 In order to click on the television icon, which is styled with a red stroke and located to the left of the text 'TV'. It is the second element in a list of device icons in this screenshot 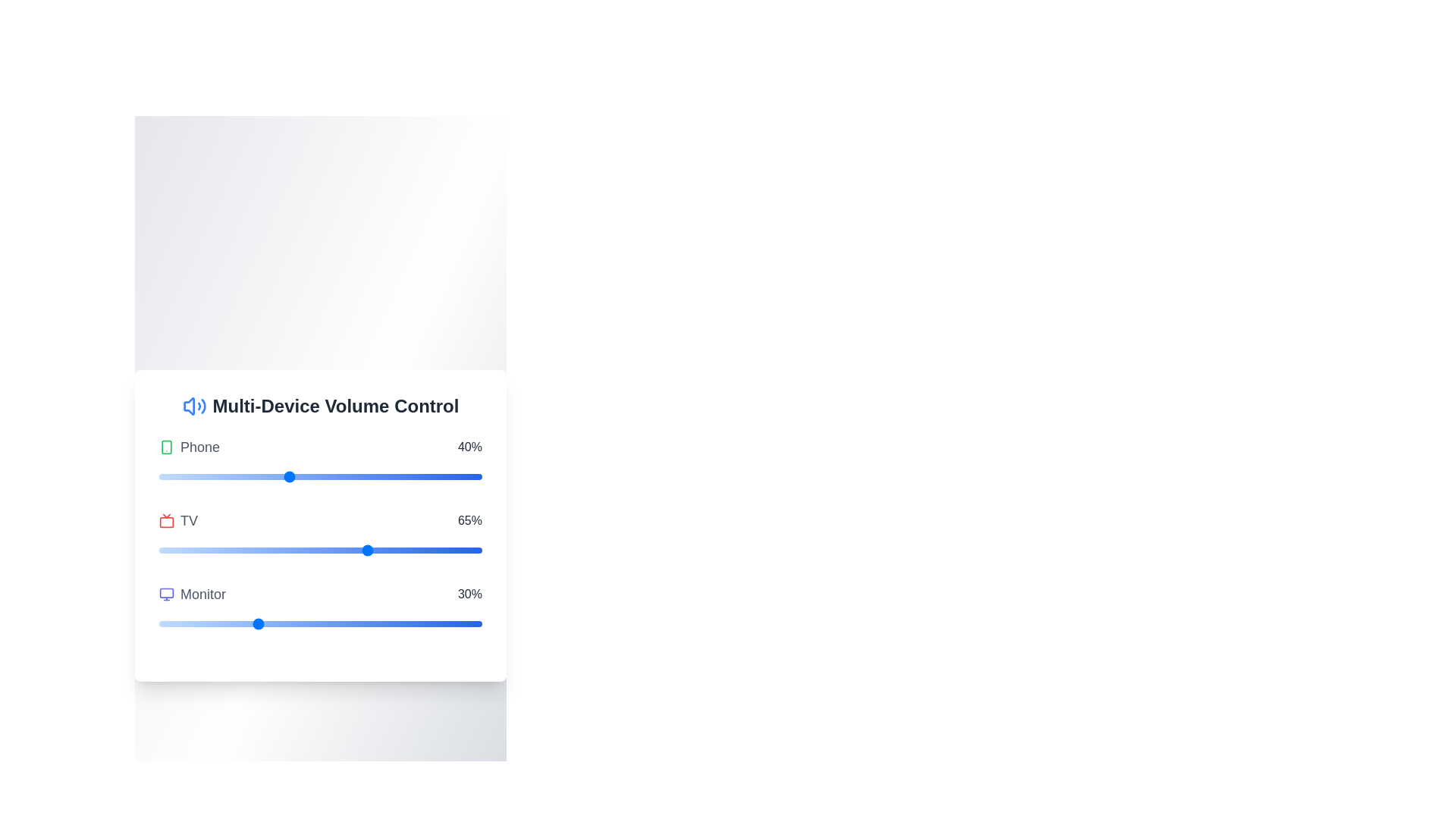, I will do `click(167, 519)`.